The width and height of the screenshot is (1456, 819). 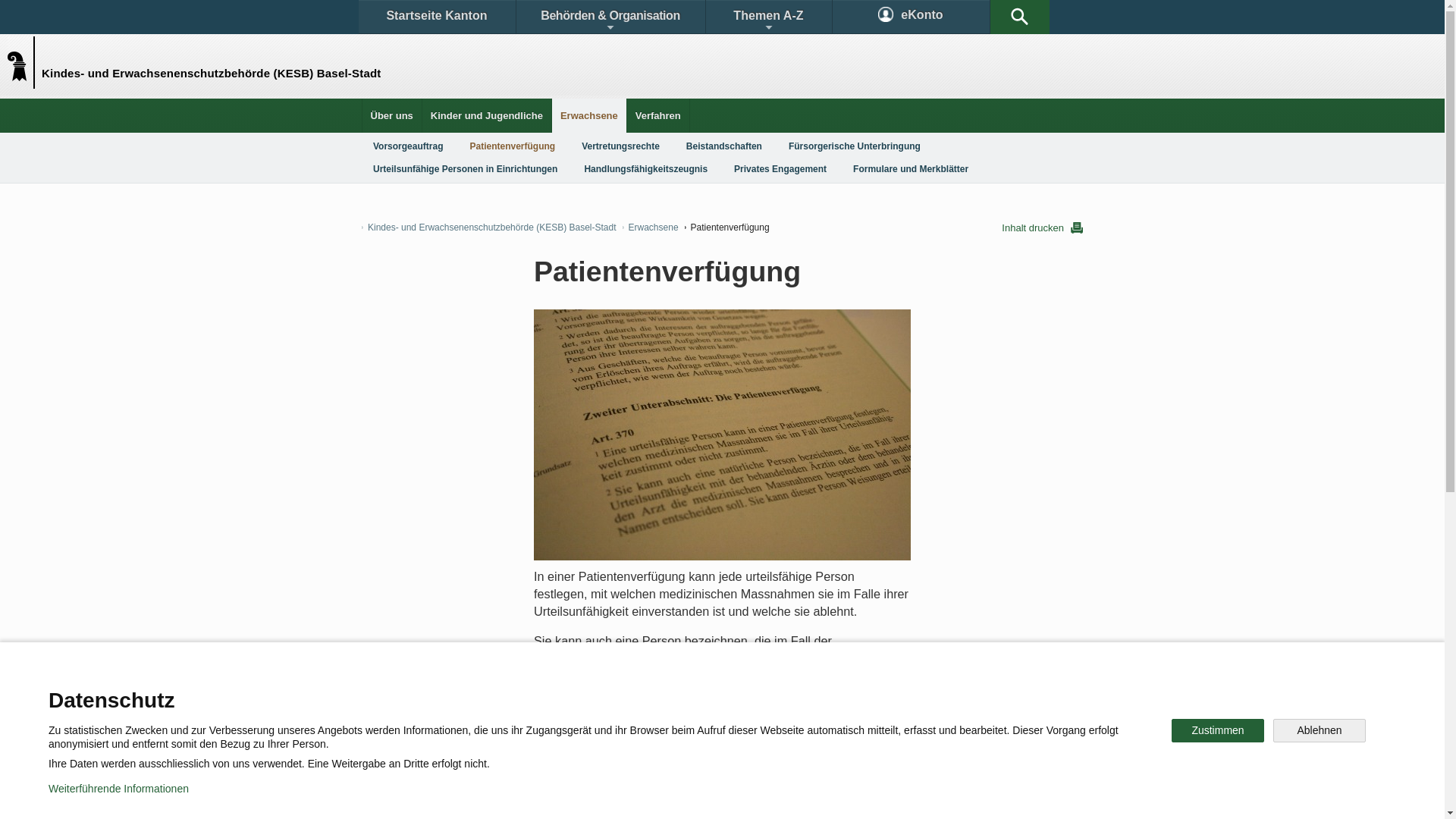 What do you see at coordinates (620, 146) in the screenshot?
I see `'Vertretungsrechte'` at bounding box center [620, 146].